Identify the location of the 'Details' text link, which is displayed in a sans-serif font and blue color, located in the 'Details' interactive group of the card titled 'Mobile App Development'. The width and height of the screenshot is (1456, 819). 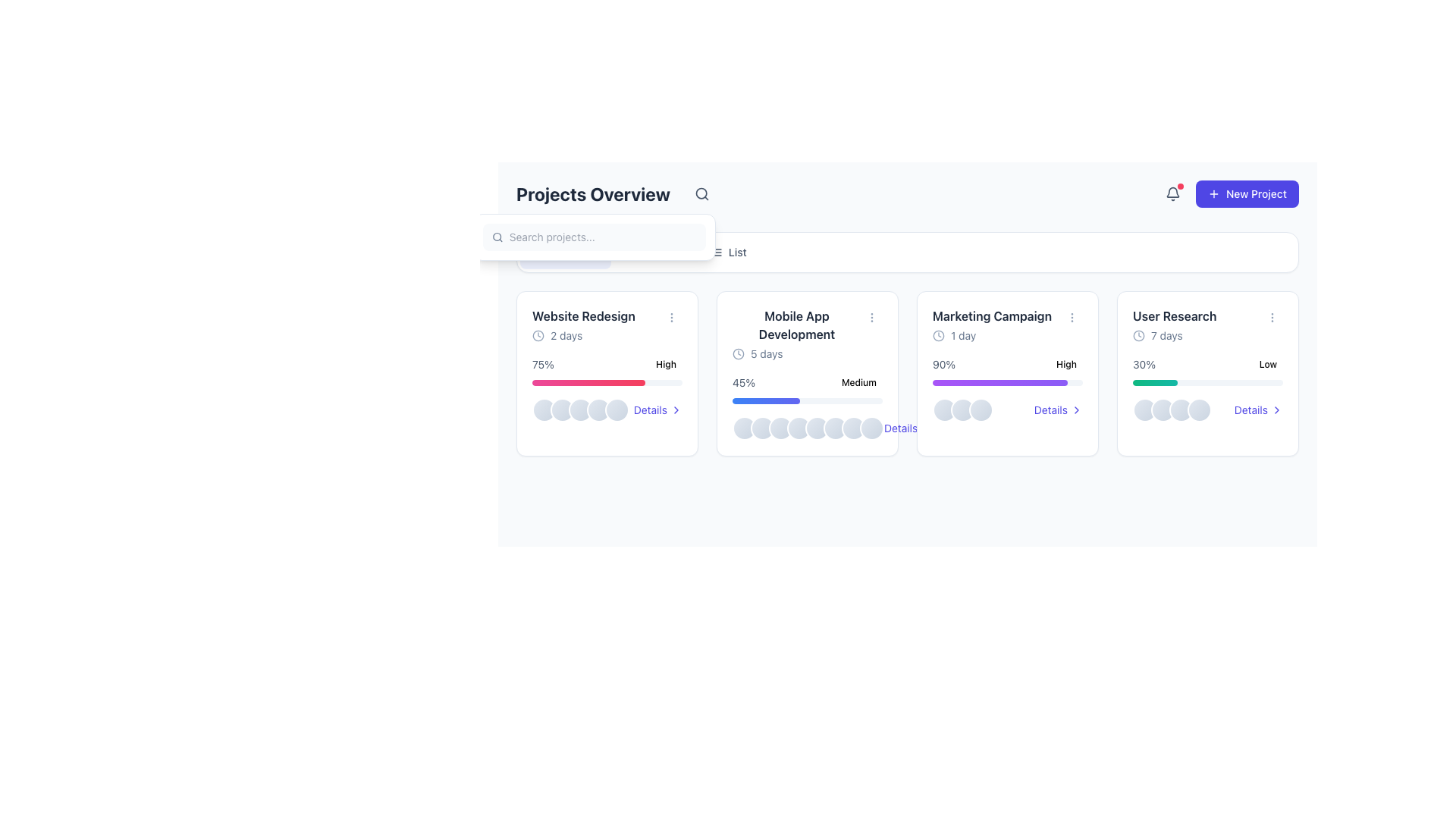
(901, 428).